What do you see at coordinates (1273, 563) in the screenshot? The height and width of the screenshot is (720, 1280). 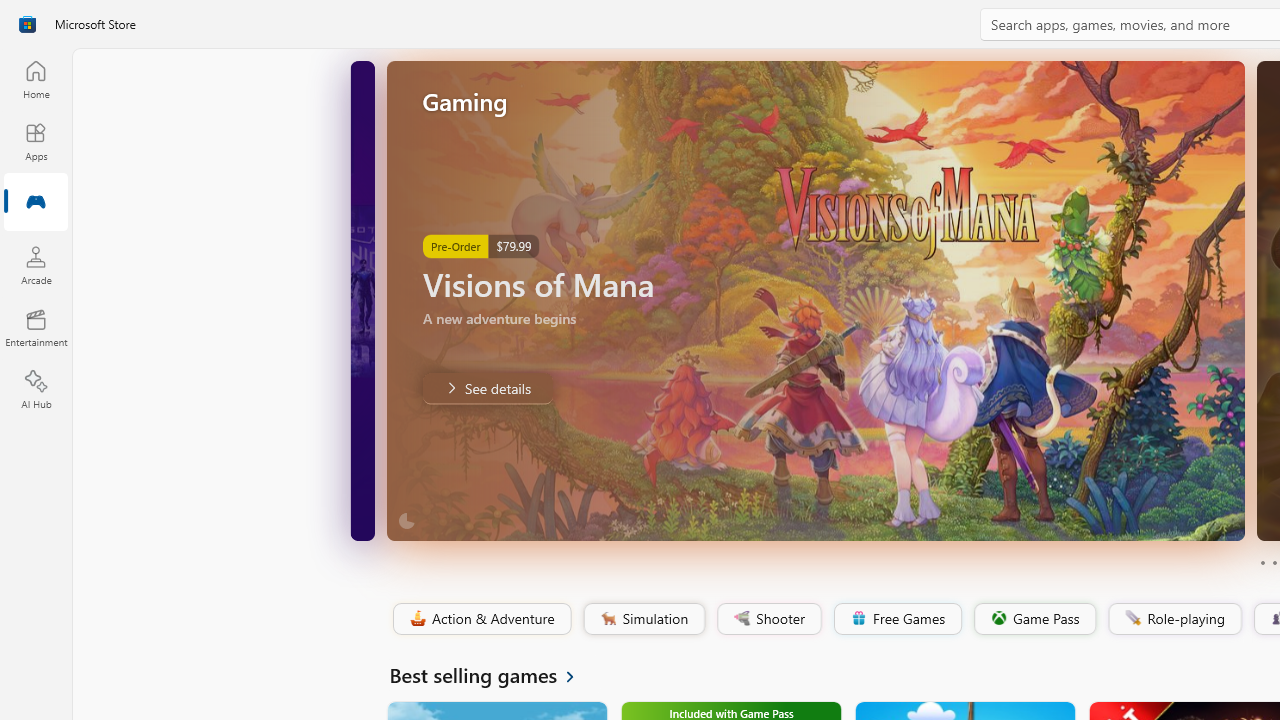 I see `'Page 2'` at bounding box center [1273, 563].